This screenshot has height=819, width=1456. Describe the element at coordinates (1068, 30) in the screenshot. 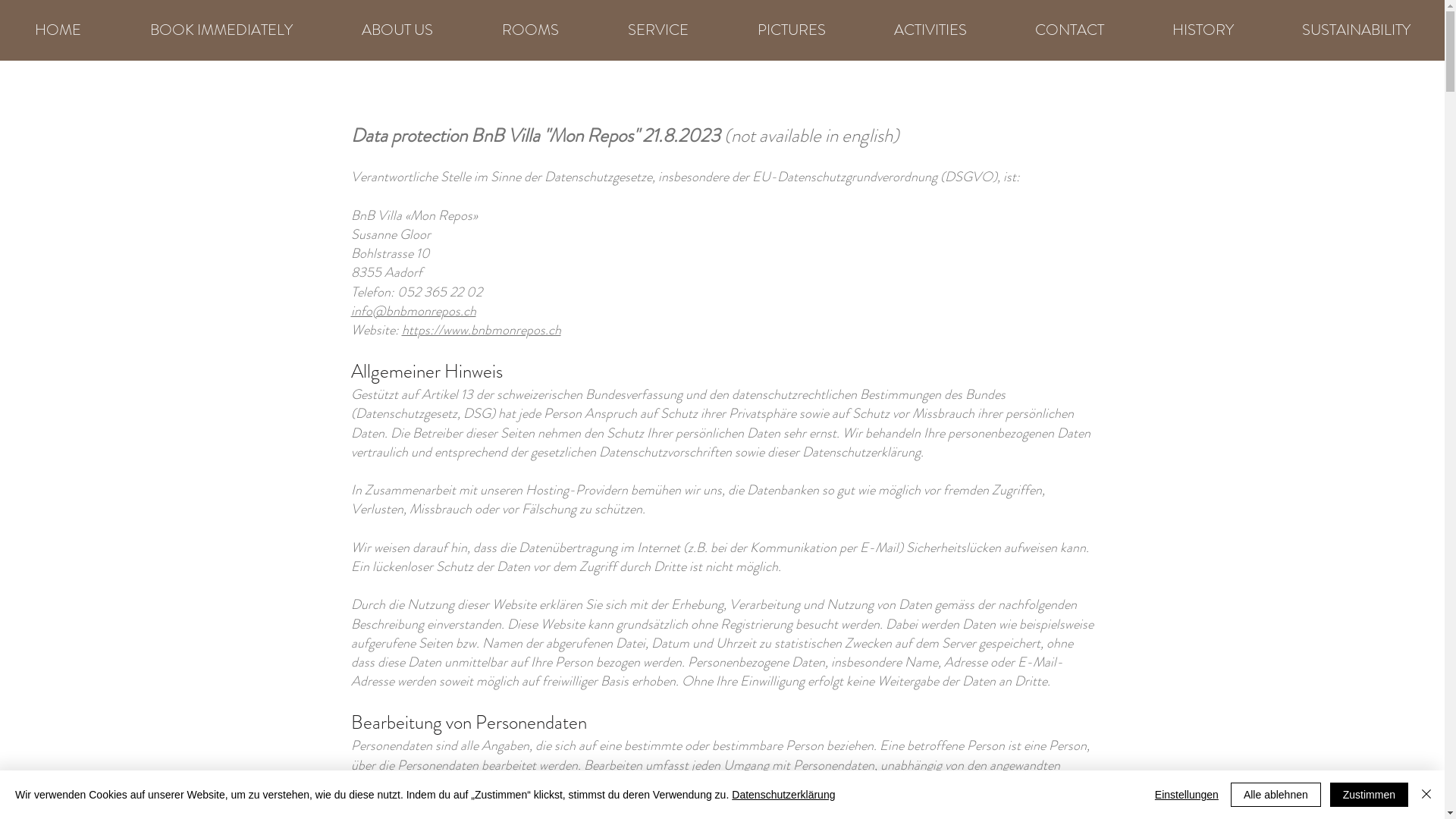

I see `'CONTACT'` at that location.